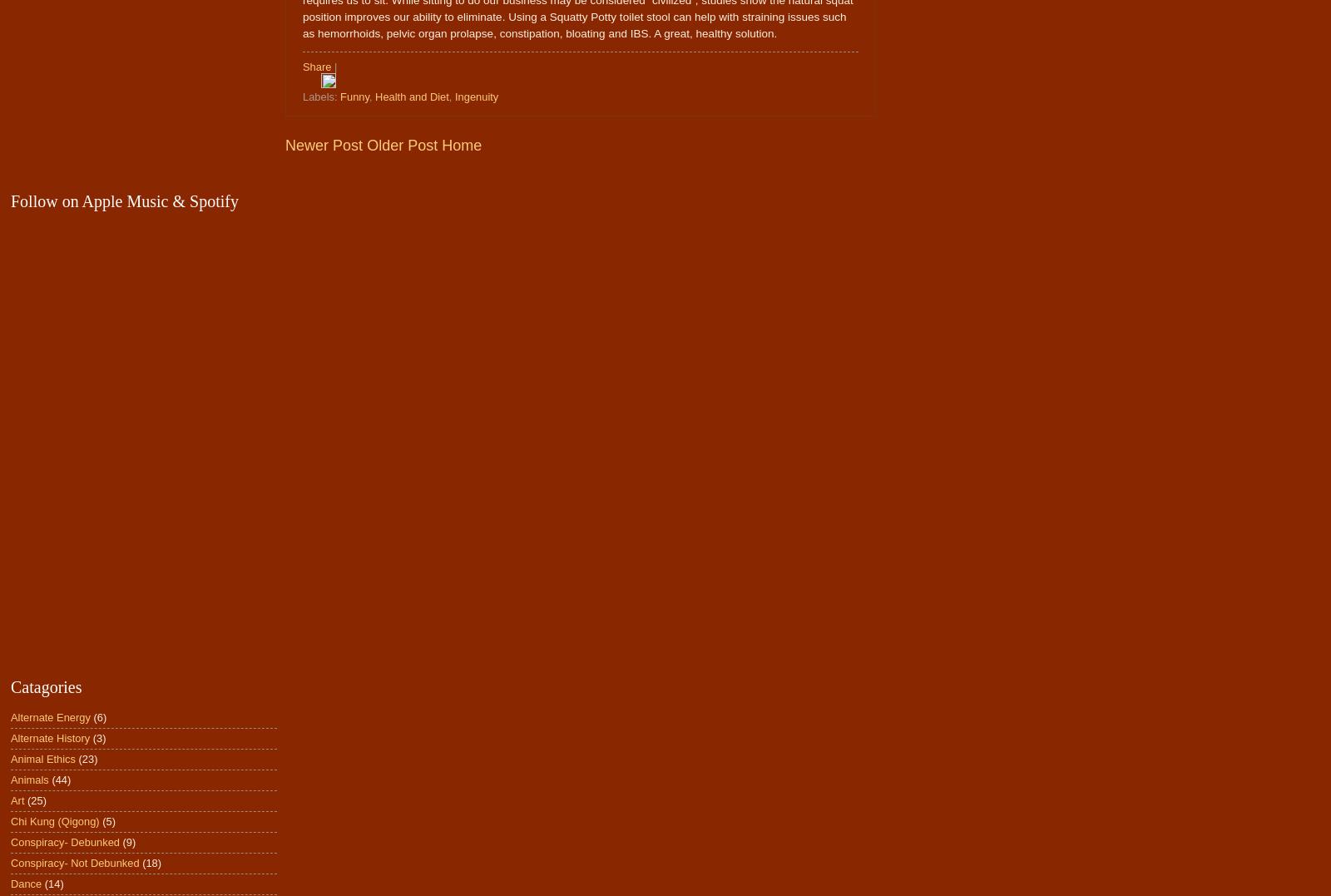  Describe the element at coordinates (98, 738) in the screenshot. I see `'(3)'` at that location.